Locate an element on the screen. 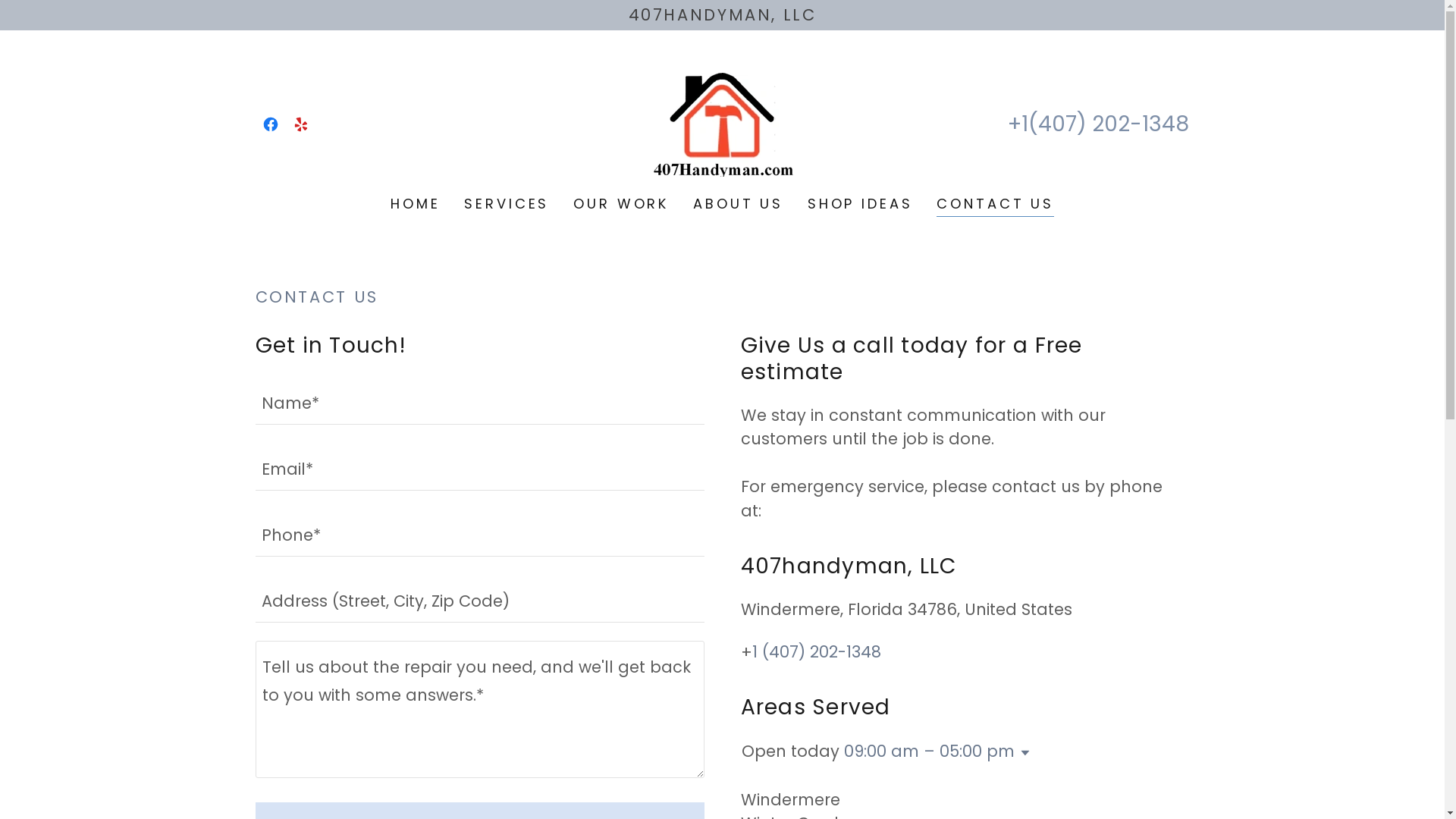  'CONTACT US' is located at coordinates (995, 205).